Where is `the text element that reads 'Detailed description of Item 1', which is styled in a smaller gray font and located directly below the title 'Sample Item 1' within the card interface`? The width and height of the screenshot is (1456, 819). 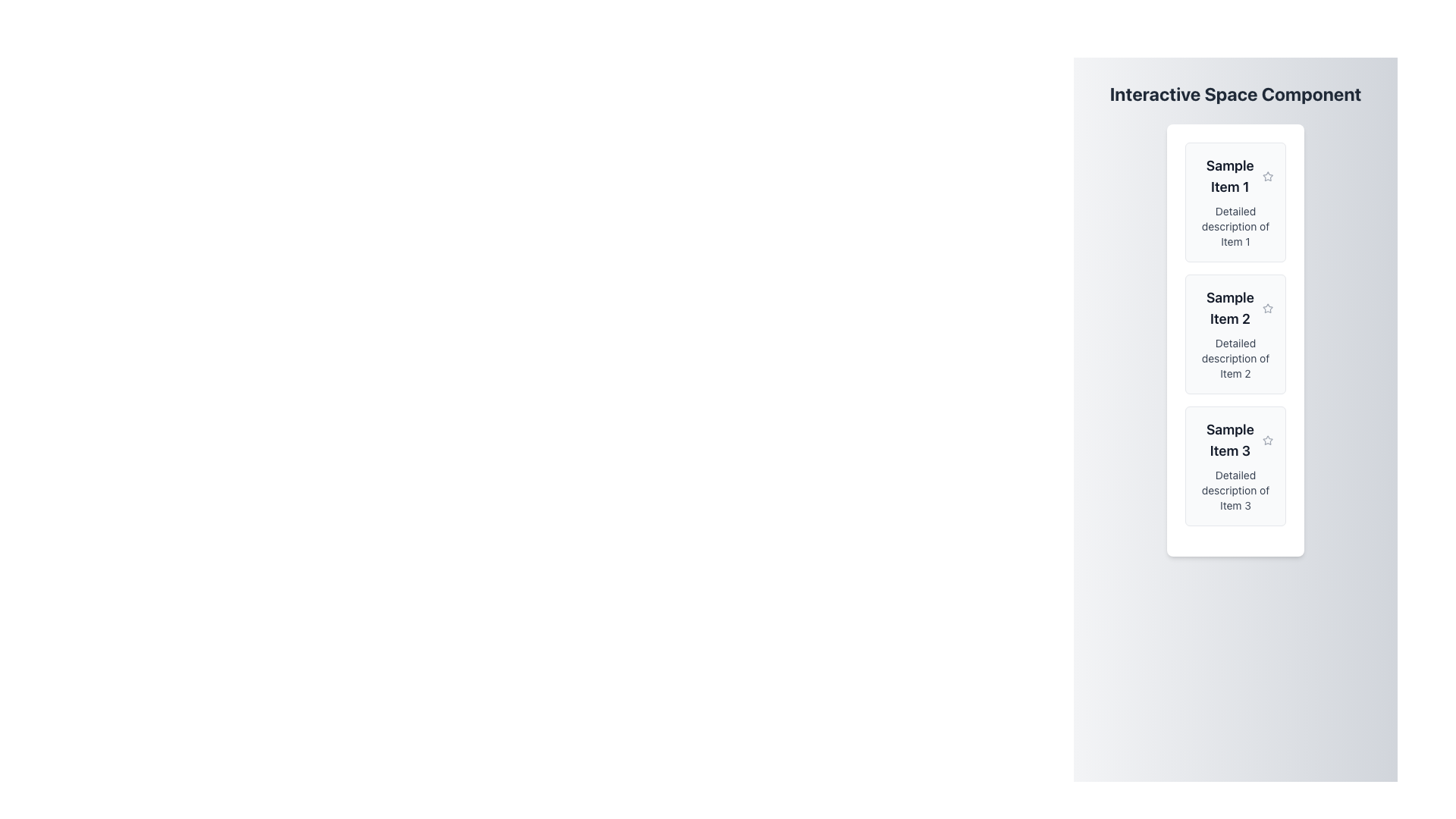
the text element that reads 'Detailed description of Item 1', which is styled in a smaller gray font and located directly below the title 'Sample Item 1' within the card interface is located at coordinates (1235, 227).